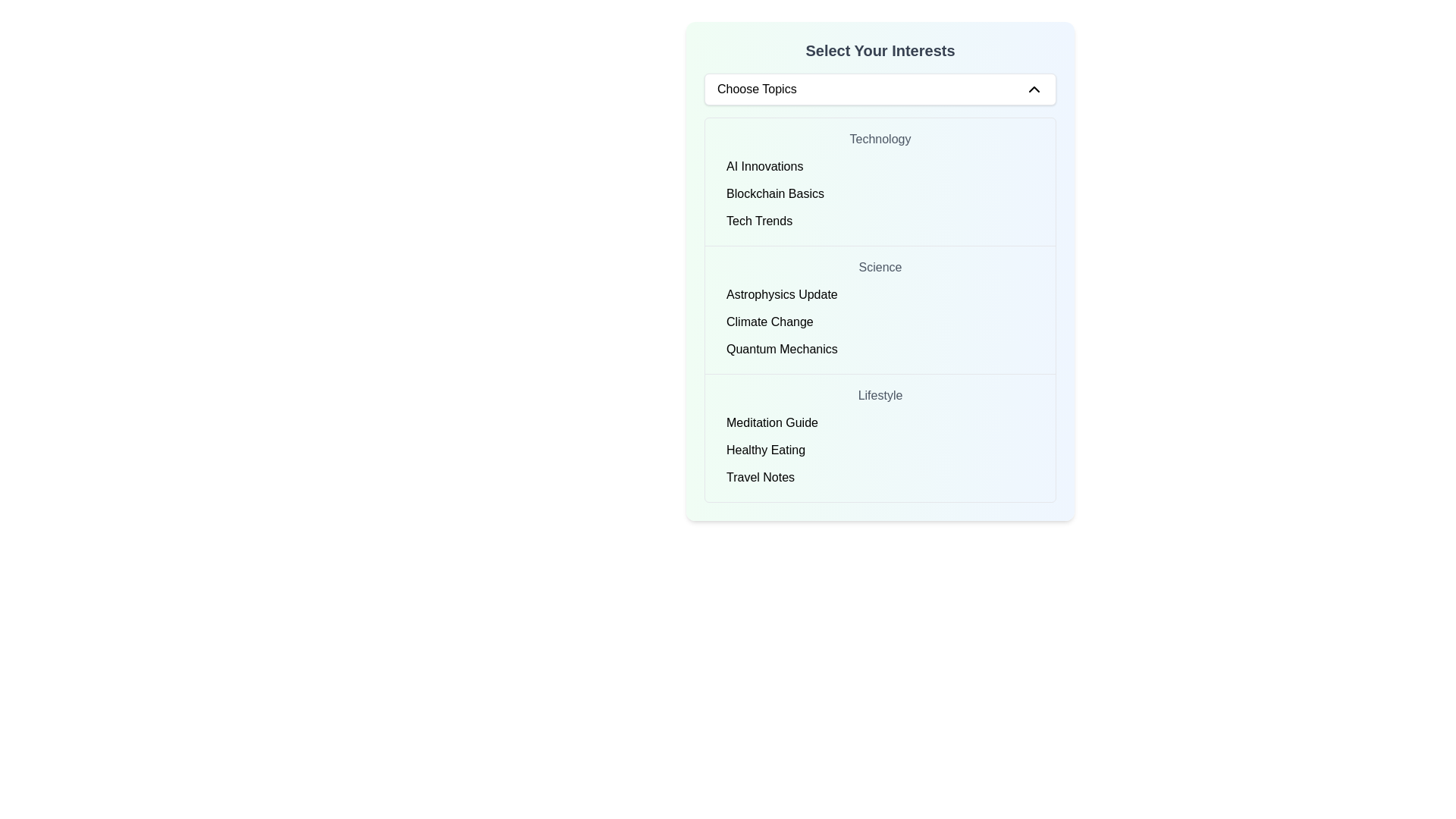 The width and height of the screenshot is (1456, 819). Describe the element at coordinates (880, 321) in the screenshot. I see `the group of selectable options under the 'Science' section` at that location.